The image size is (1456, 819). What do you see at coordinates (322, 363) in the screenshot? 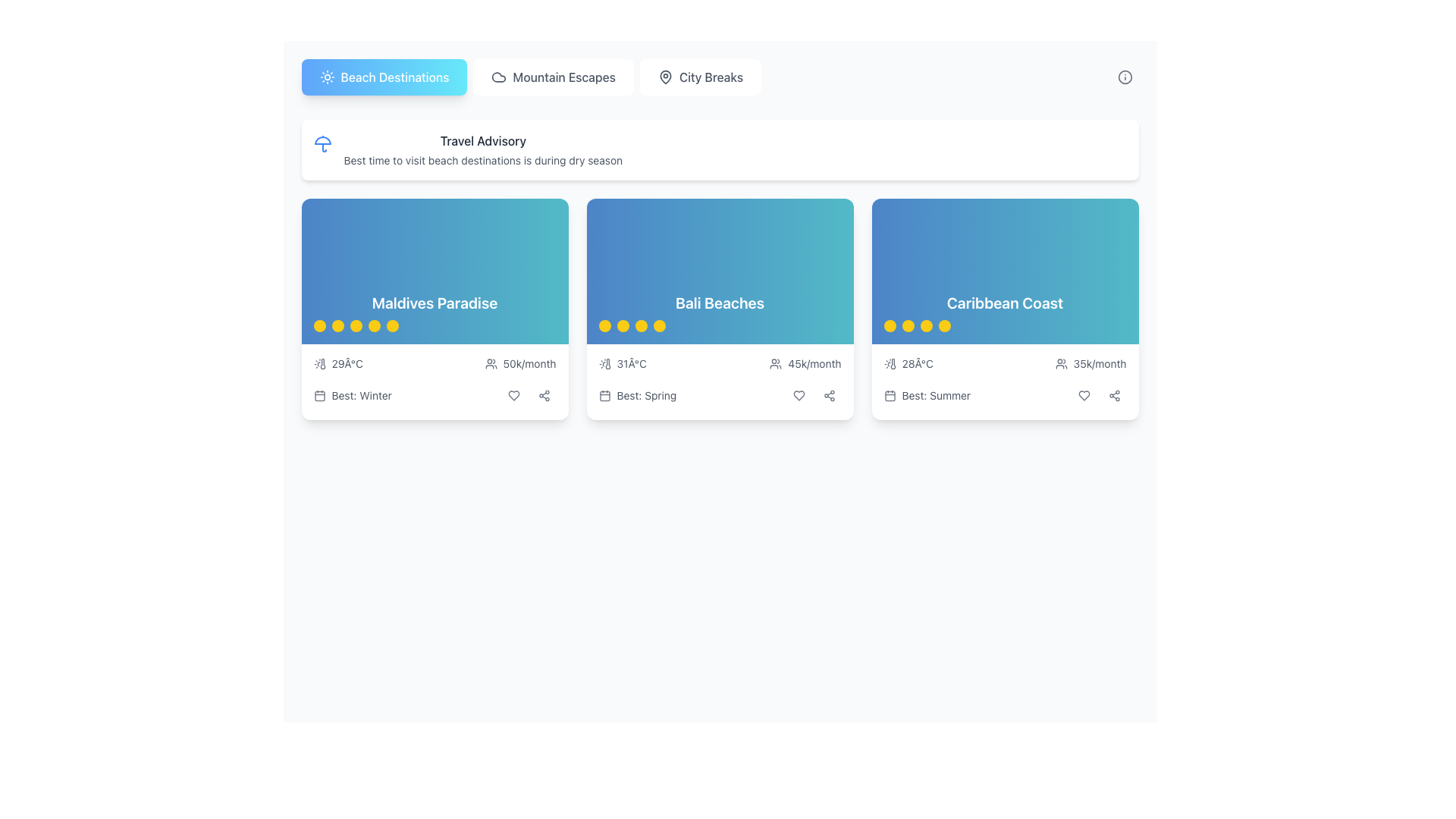
I see `the thermometer icon, which has a rounded bulb-like structure and is styled in neutral gray, located to the lower-left side of the 'Maldives Paradise' card, left of the temperature display ('29°C')` at bounding box center [322, 363].